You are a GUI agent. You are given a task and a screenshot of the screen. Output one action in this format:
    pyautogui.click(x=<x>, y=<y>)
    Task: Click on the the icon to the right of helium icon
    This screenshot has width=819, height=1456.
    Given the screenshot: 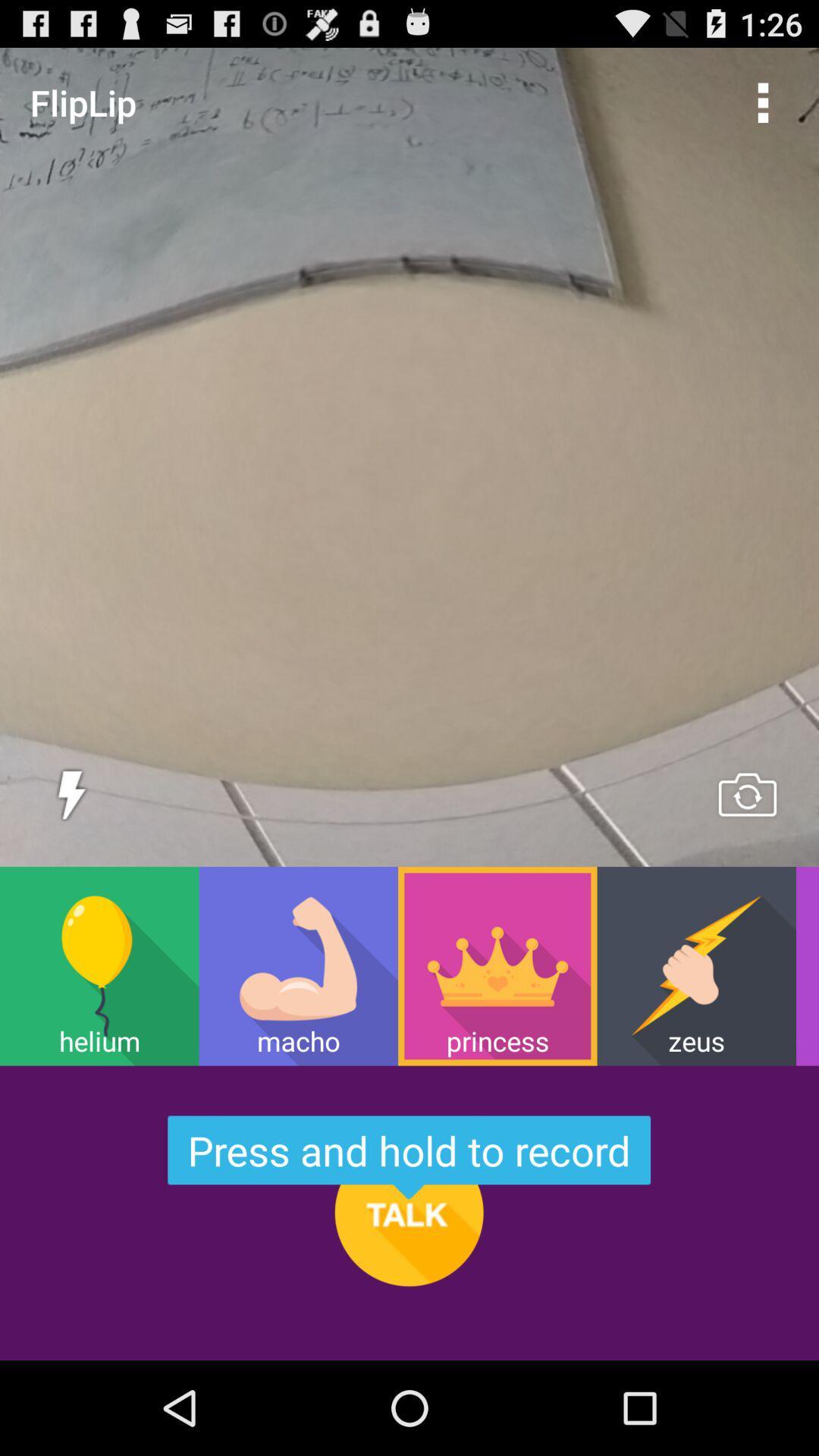 What is the action you would take?
    pyautogui.click(x=298, y=965)
    